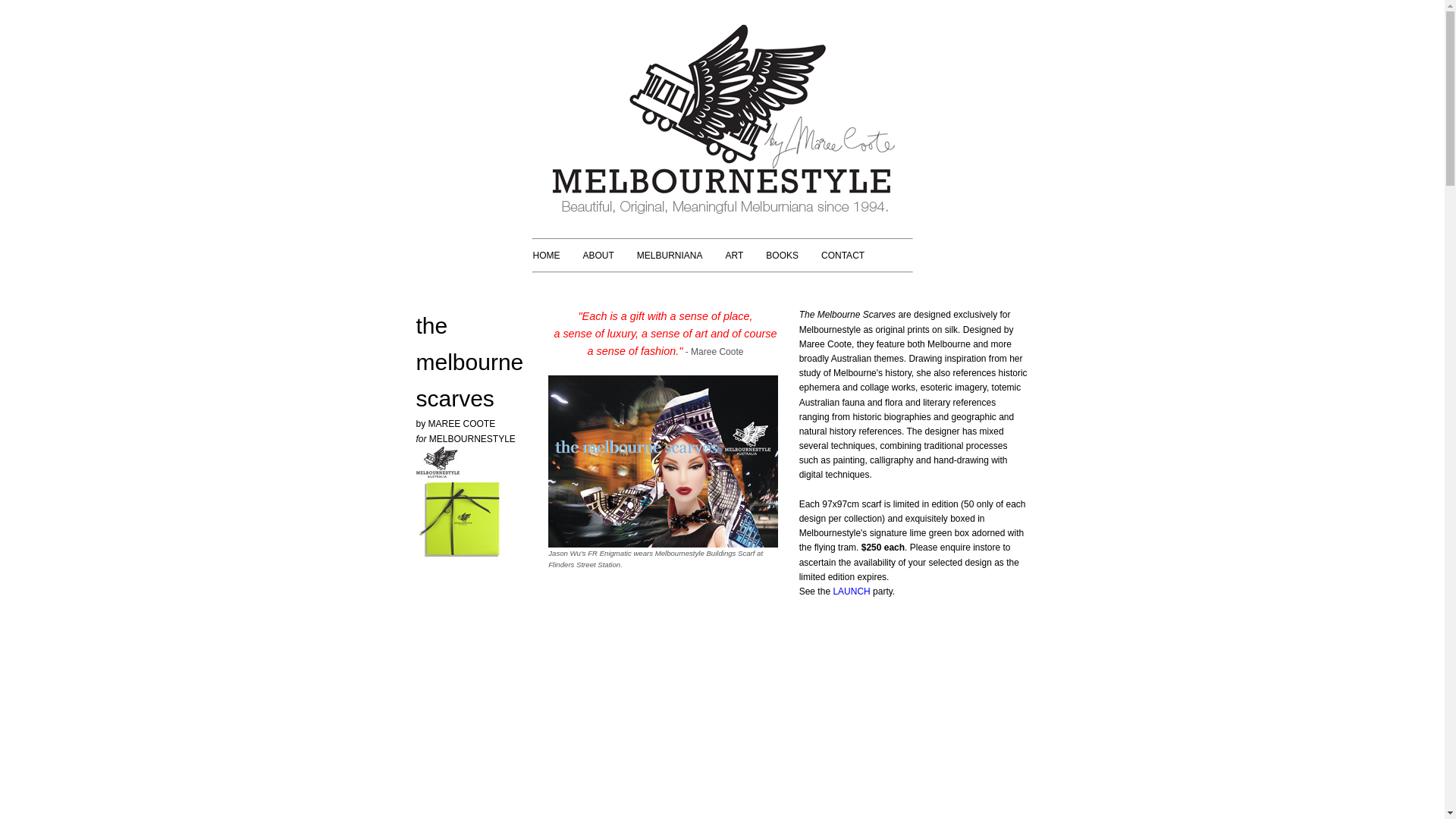  Describe the element at coordinates (598, 254) in the screenshot. I see `'ABOUT'` at that location.